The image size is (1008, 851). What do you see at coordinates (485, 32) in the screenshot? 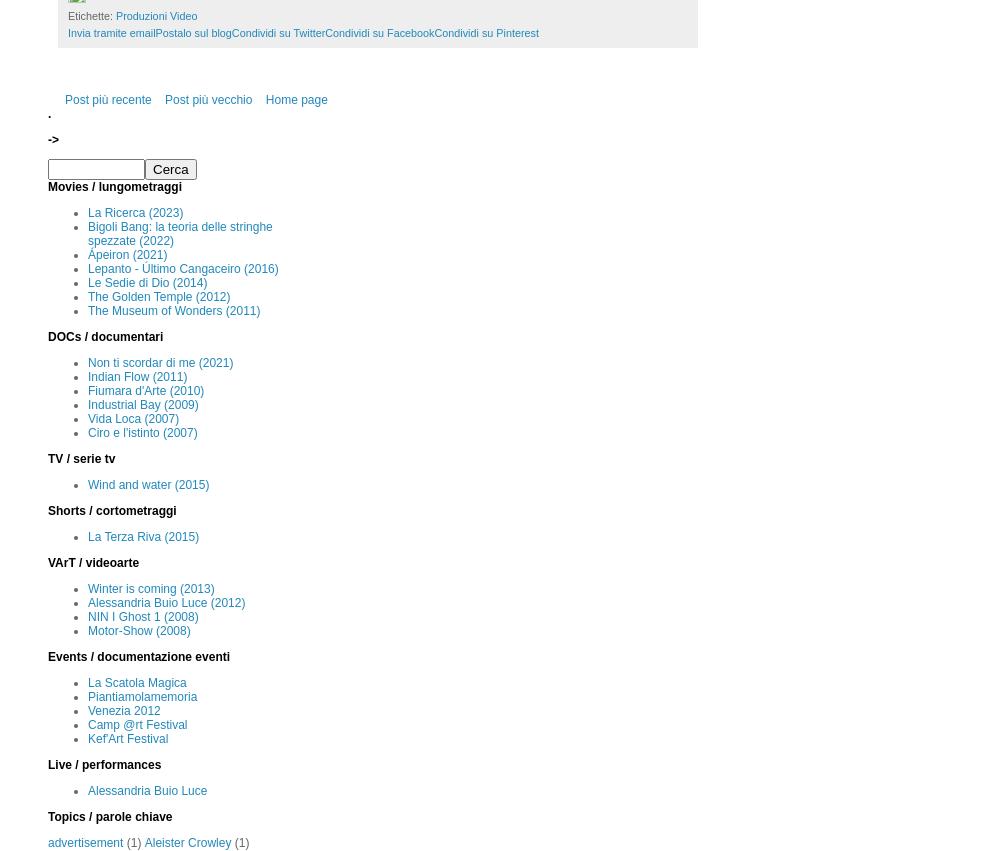
I see `'Condividi su Pinterest'` at bounding box center [485, 32].